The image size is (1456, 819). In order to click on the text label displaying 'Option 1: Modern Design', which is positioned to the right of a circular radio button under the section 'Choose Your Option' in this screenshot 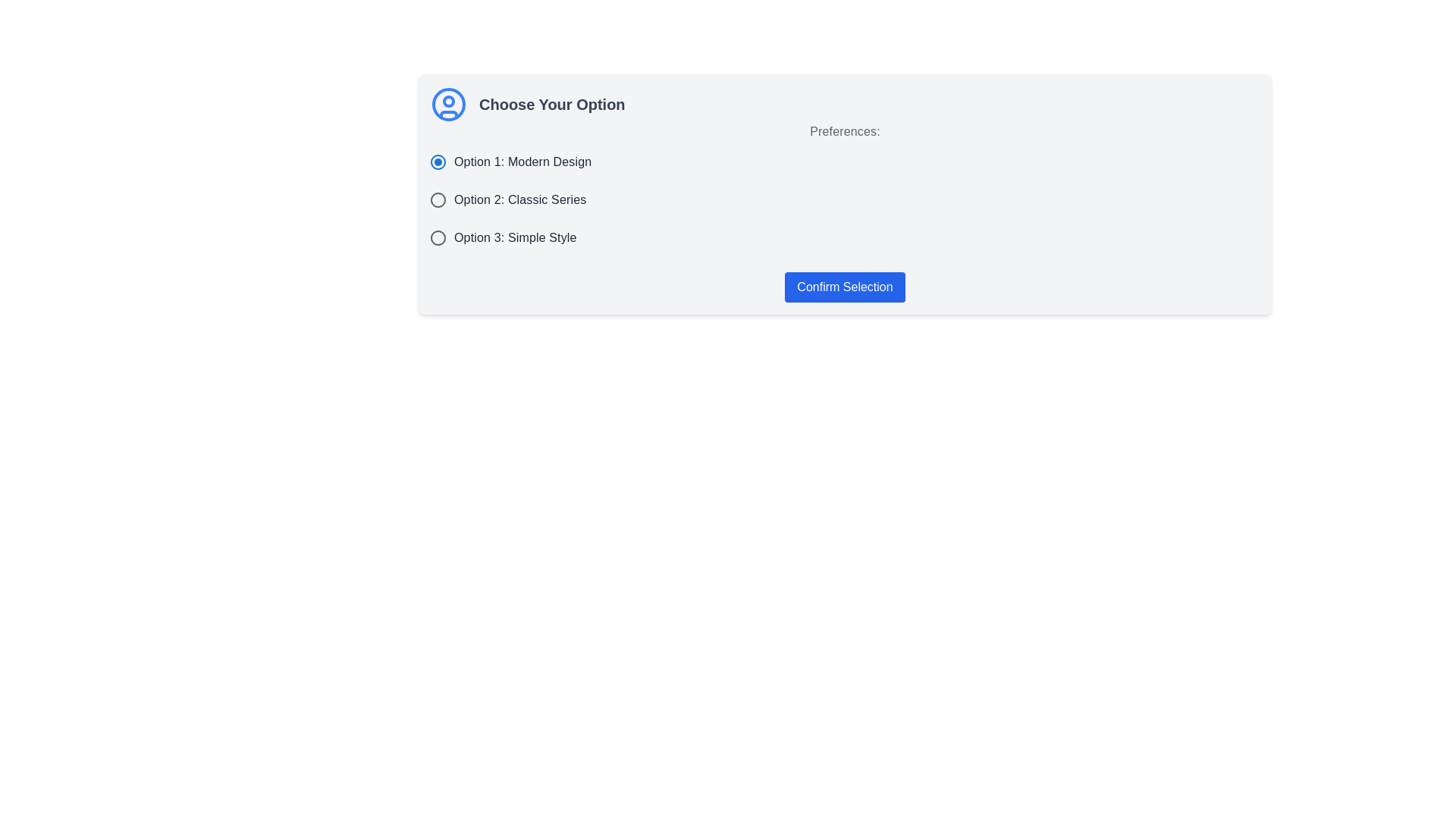, I will do `click(522, 162)`.